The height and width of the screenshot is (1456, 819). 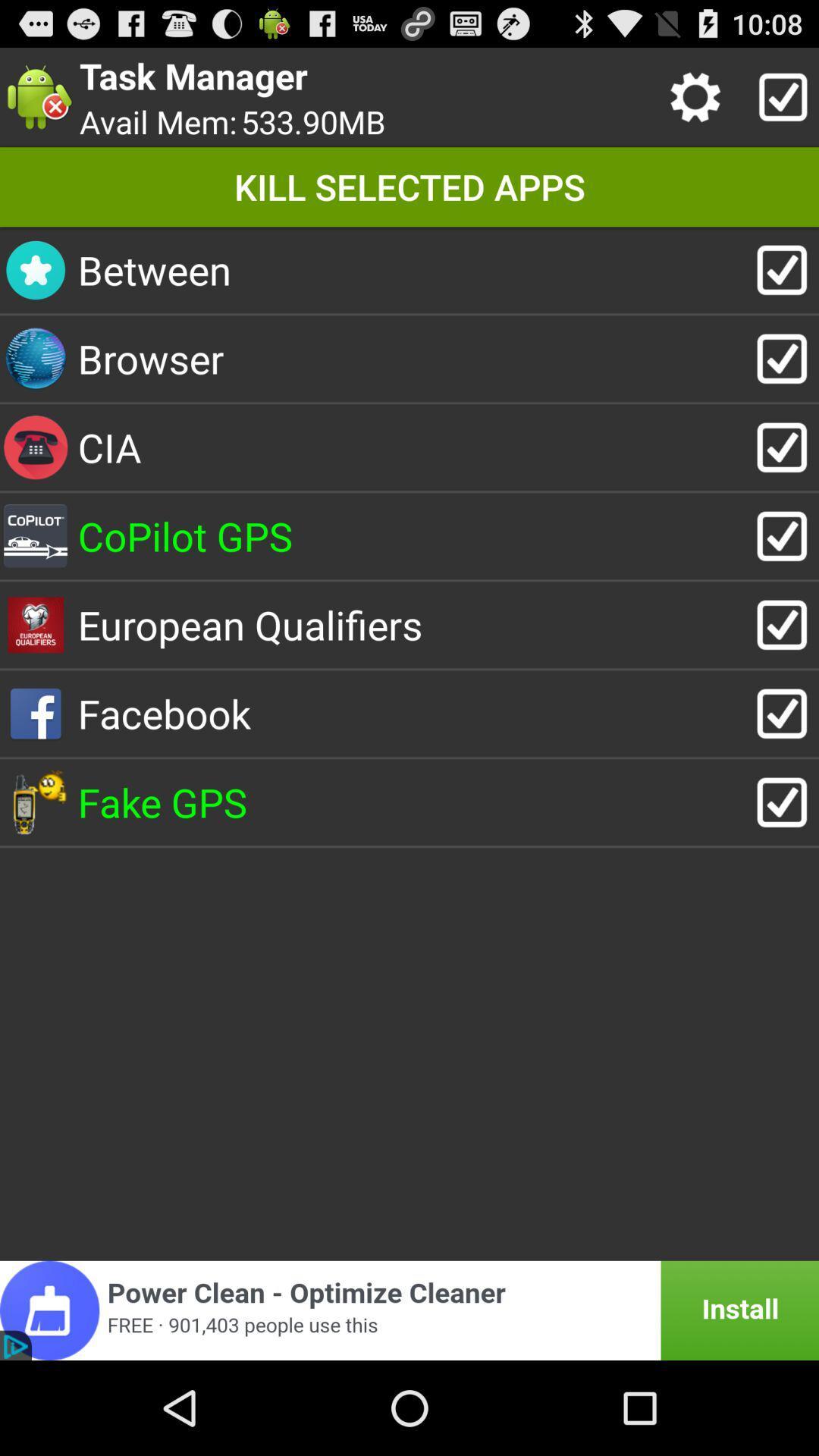 I want to click on apps, so click(x=779, y=96).